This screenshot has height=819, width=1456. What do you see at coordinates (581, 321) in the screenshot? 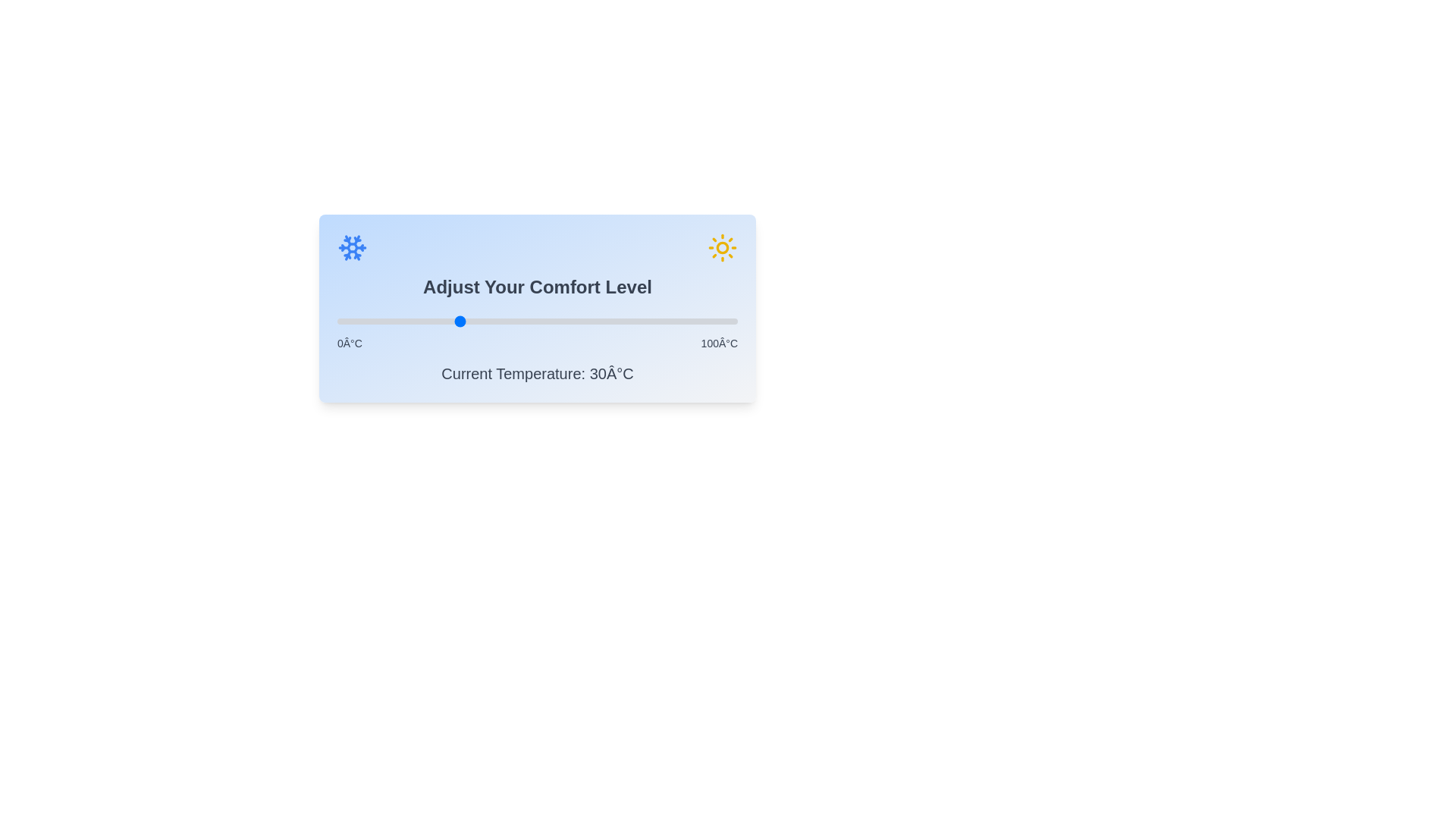
I see `the comfort level slider to set the temperature to 61 degrees Celsius` at bounding box center [581, 321].